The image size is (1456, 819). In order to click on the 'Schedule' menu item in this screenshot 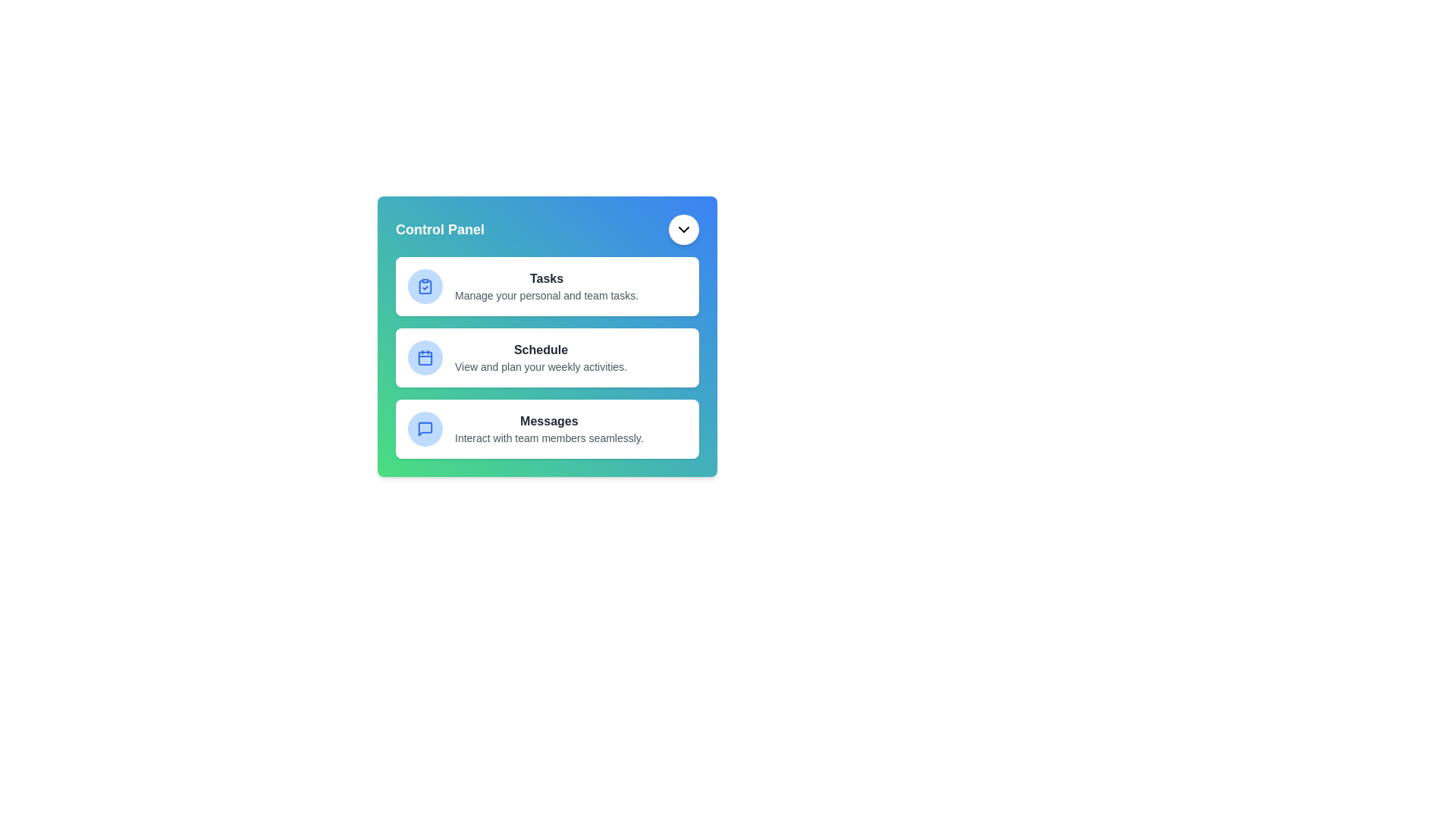, I will do `click(546, 357)`.